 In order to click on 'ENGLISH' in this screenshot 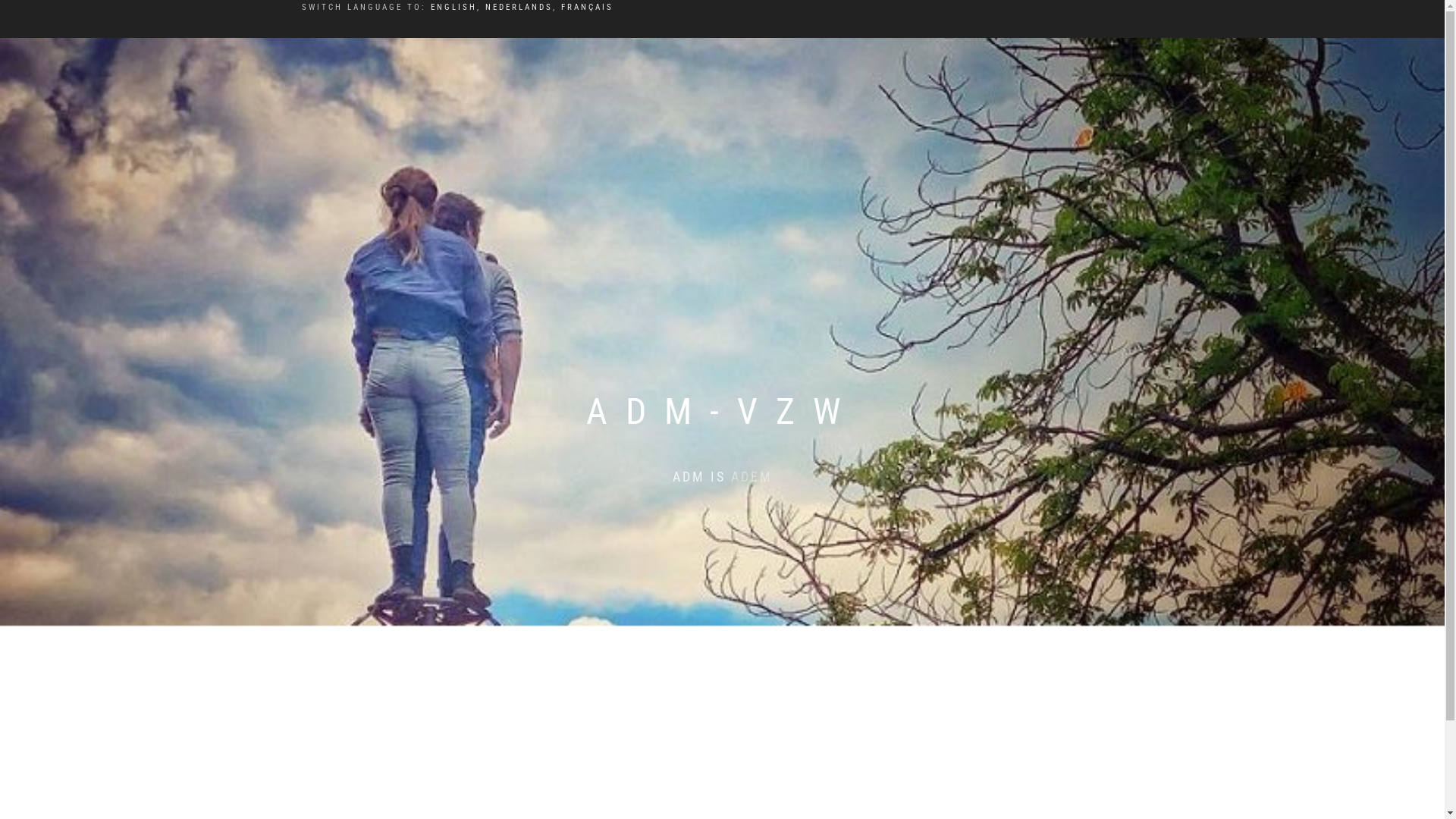, I will do `click(453, 7)`.